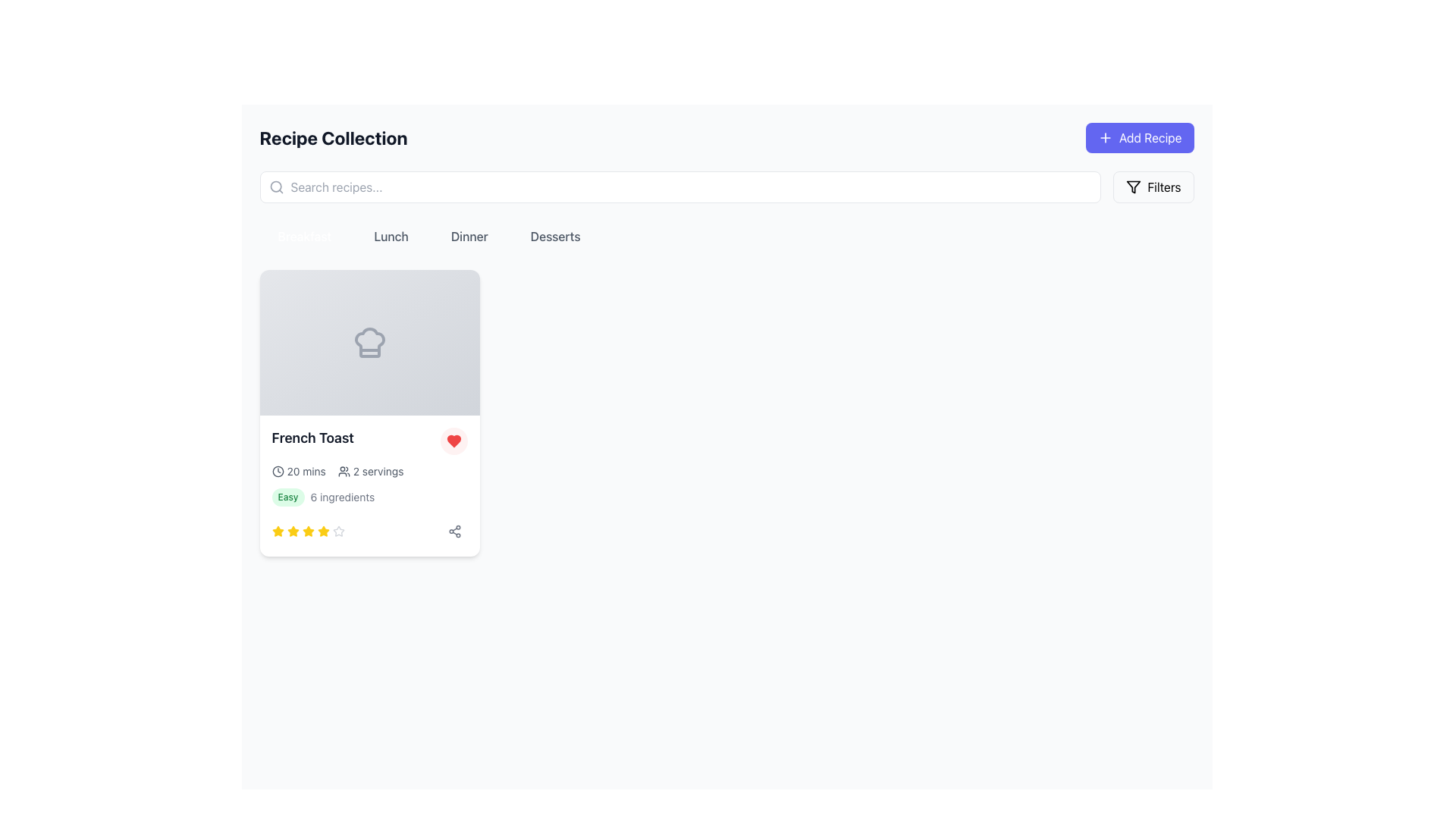  Describe the element at coordinates (453, 441) in the screenshot. I see `the heart icon located in the upper-right region of the 'French Toast' recipe card to favorite or unfavorite the recipe` at that location.